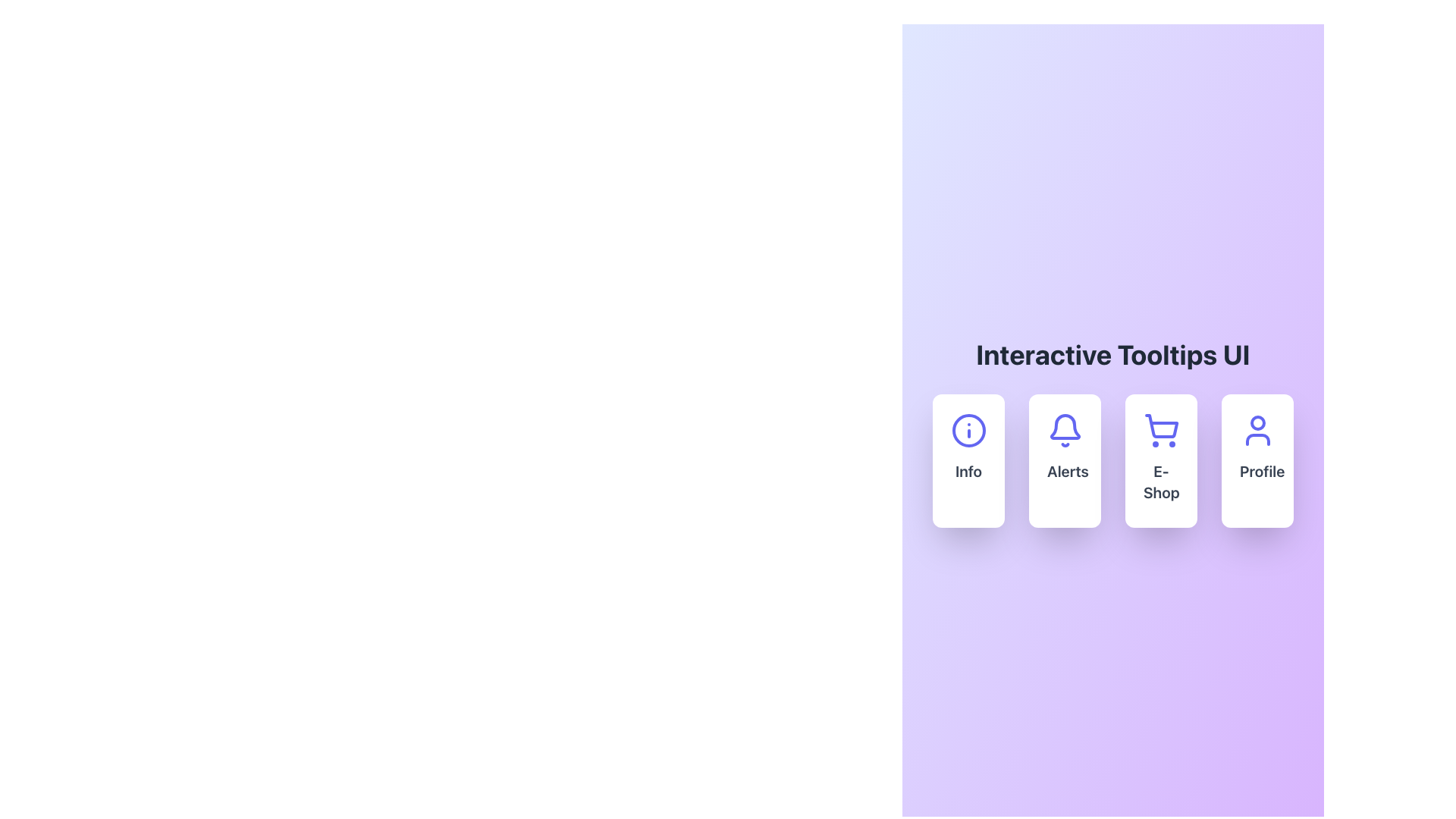 The image size is (1456, 819). Describe the element at coordinates (1161, 426) in the screenshot. I see `the graphical shopping cart icon, which is the third icon from the left in the horizontal icon set, situated between the 'Alerts' and 'Profile' icons, and is colored in vibrant indigo` at that location.